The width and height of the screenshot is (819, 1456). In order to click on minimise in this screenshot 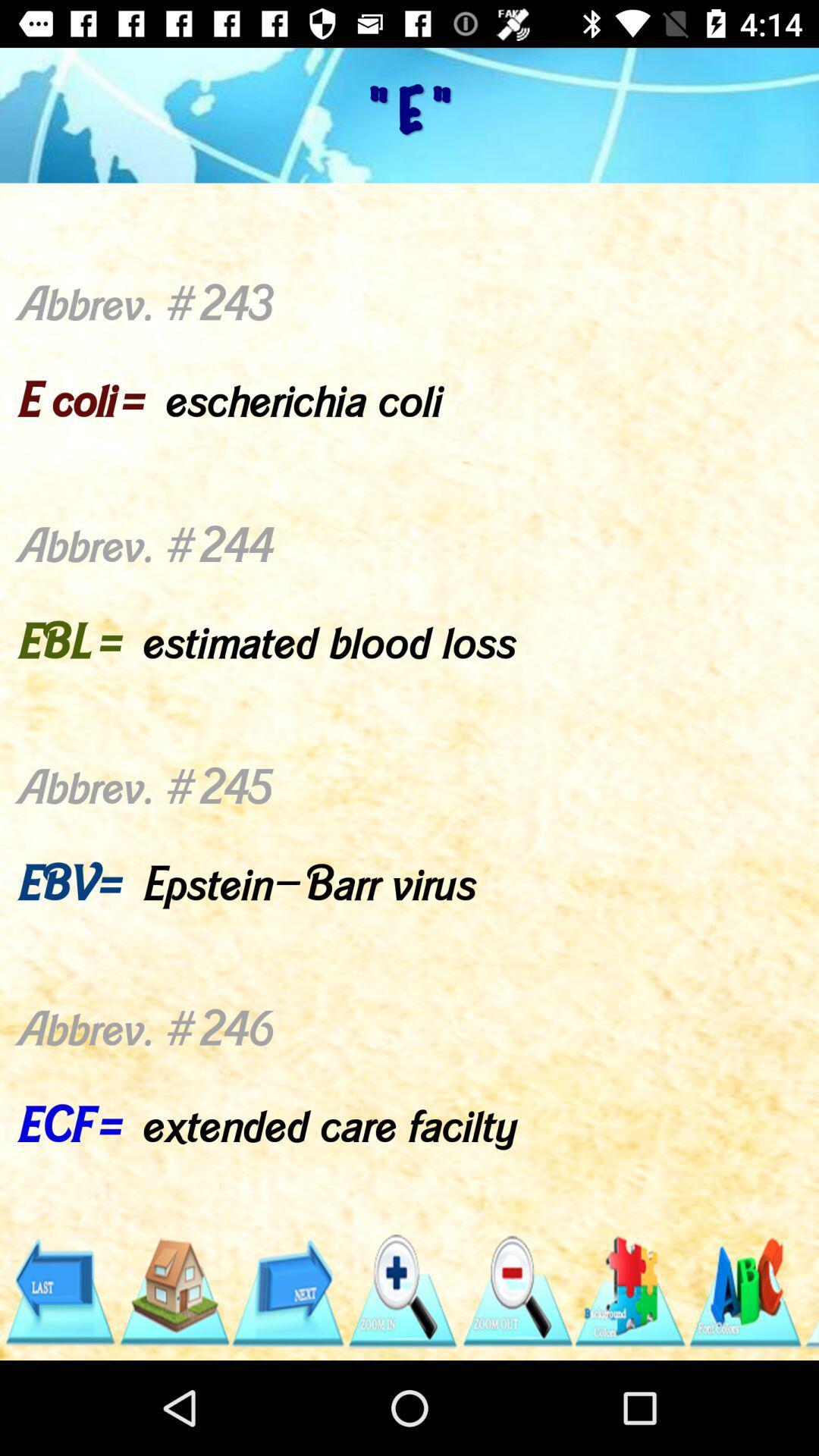, I will do `click(516, 1291)`.